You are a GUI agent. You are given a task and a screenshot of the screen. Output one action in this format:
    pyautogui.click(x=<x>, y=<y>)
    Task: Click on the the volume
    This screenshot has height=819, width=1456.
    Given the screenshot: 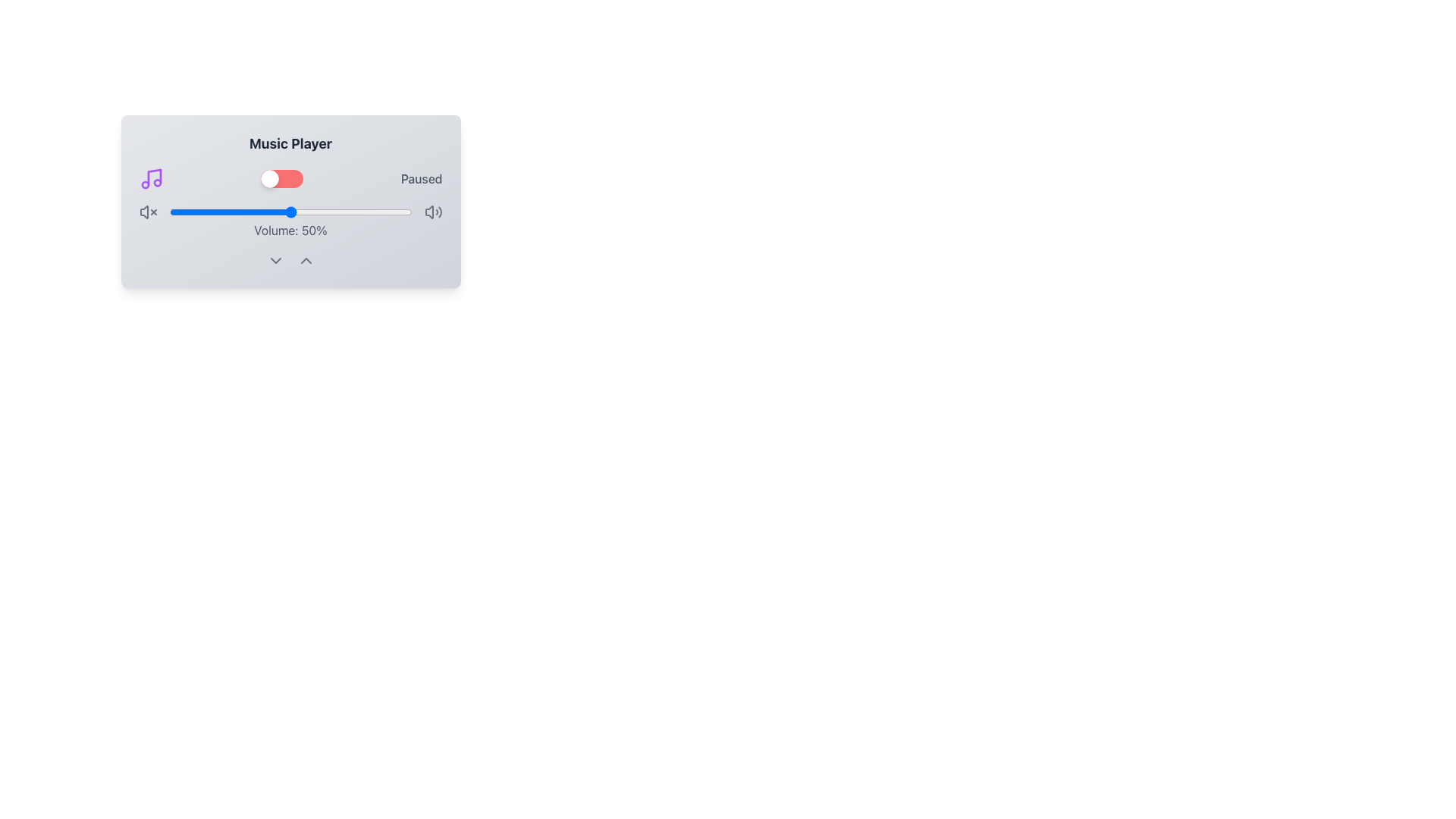 What is the action you would take?
    pyautogui.click(x=181, y=212)
    